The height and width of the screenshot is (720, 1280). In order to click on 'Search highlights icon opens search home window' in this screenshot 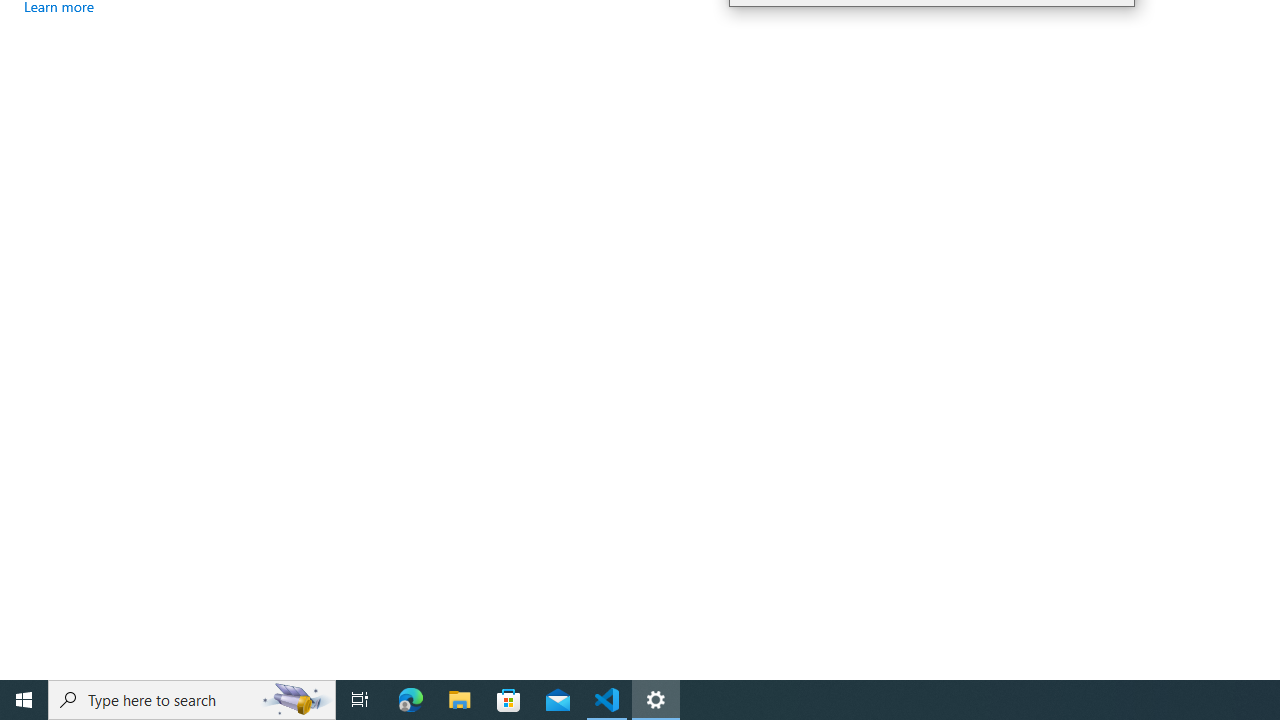, I will do `click(294, 698)`.